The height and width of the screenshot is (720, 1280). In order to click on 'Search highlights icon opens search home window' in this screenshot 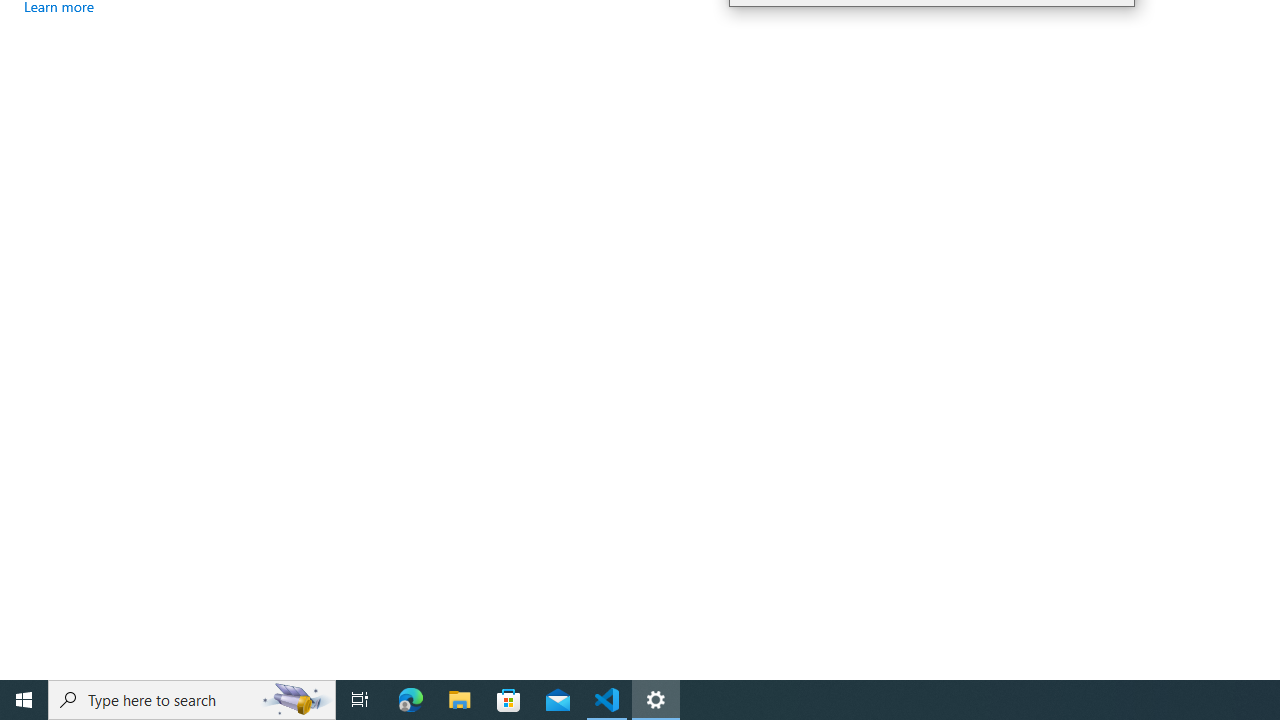, I will do `click(294, 698)`.